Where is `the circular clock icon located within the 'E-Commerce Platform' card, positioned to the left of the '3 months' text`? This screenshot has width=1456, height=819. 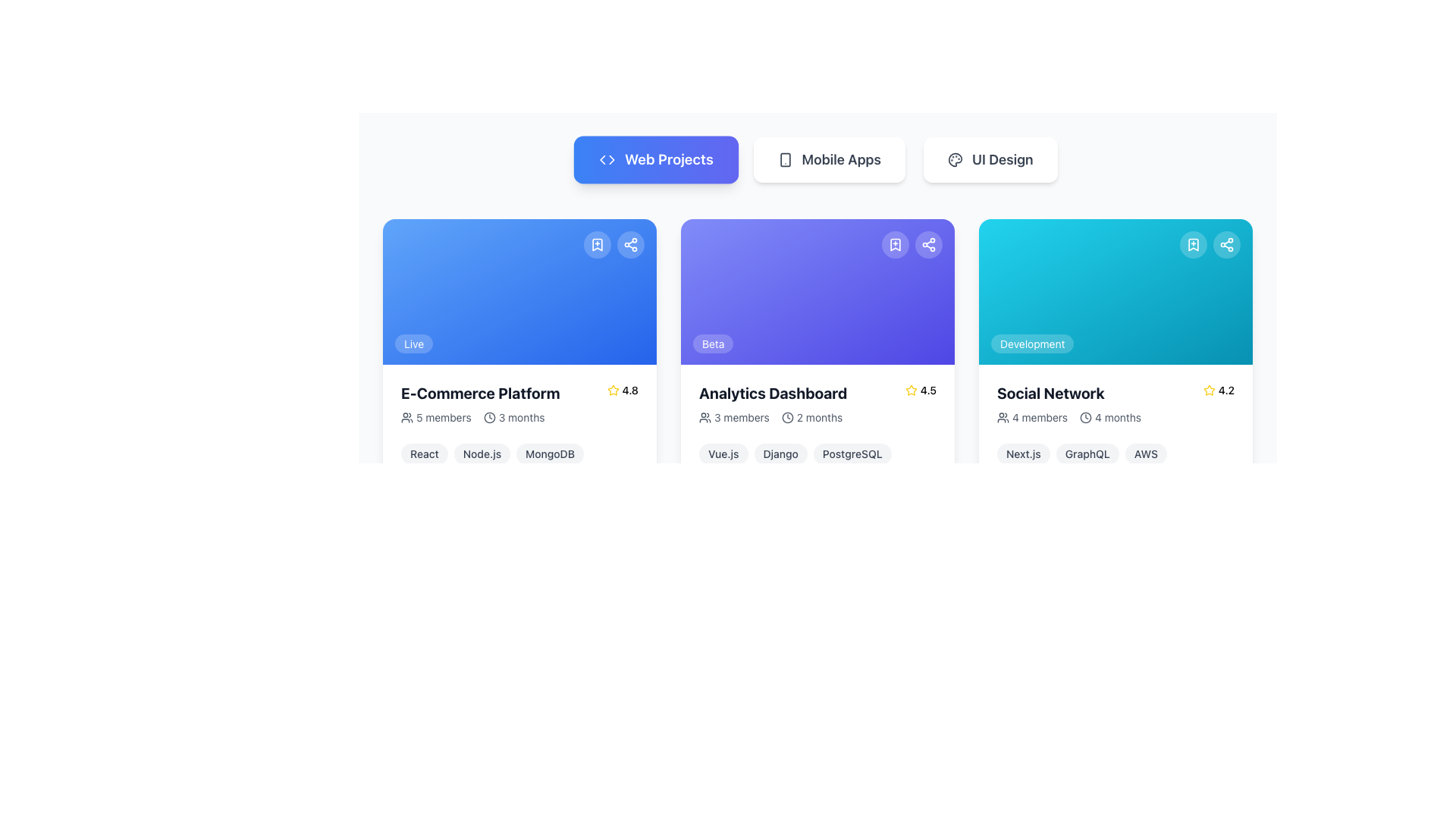 the circular clock icon located within the 'E-Commerce Platform' card, positioned to the left of the '3 months' text is located at coordinates (489, 418).